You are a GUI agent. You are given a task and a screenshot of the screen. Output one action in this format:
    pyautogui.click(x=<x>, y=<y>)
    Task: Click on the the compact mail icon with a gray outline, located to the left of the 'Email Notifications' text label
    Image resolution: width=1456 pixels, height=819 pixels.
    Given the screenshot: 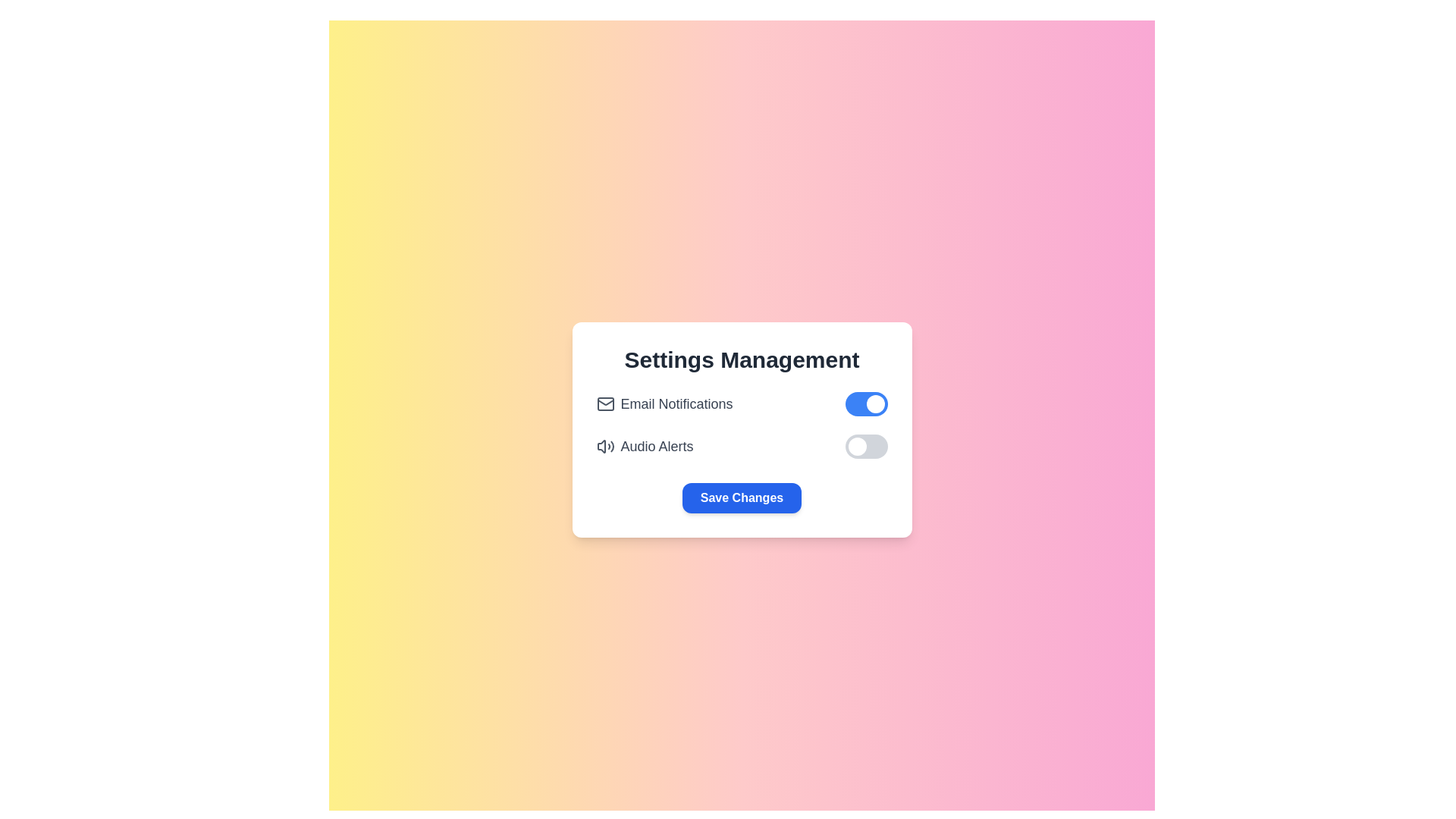 What is the action you would take?
    pyautogui.click(x=604, y=403)
    